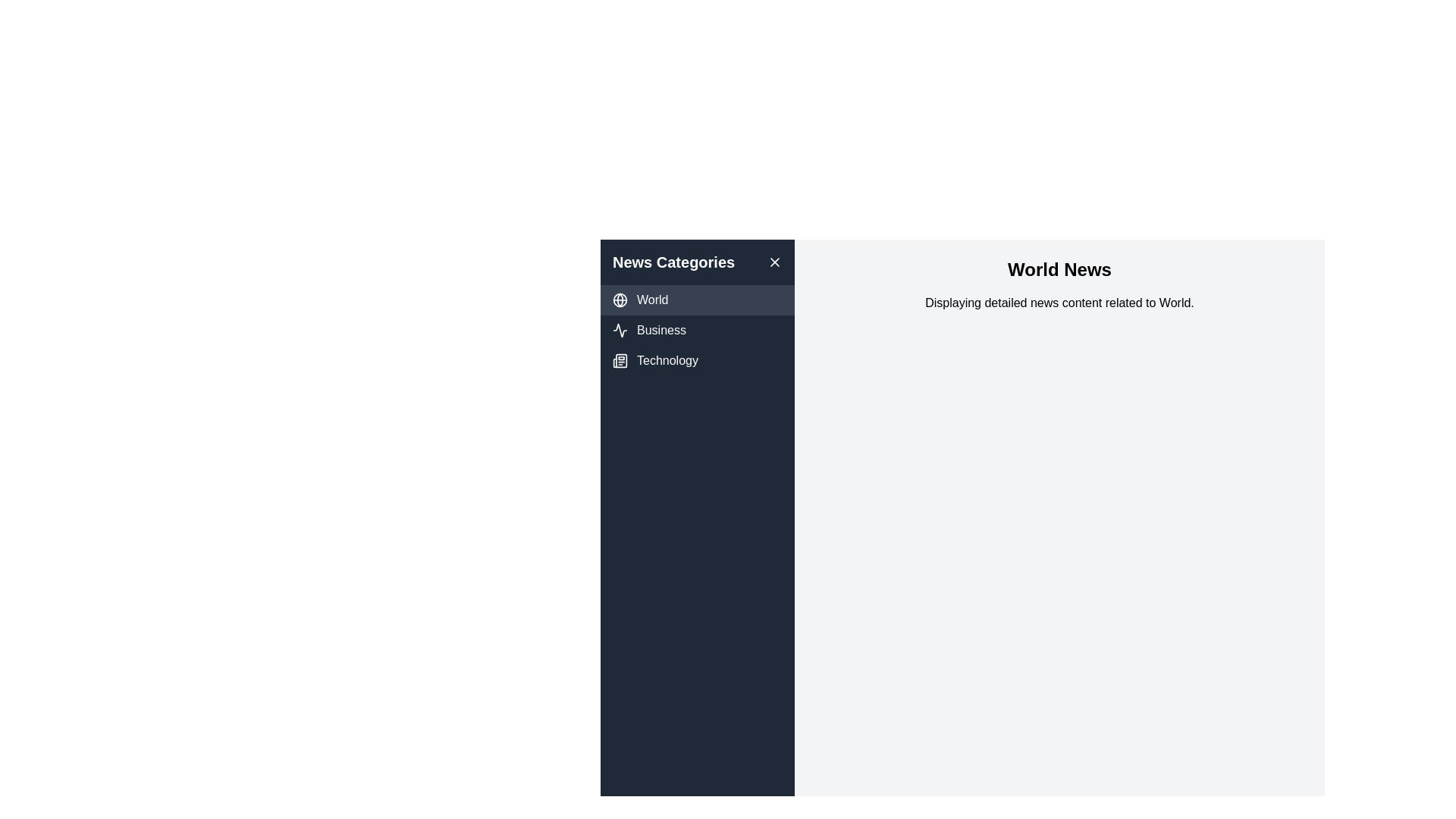 The width and height of the screenshot is (1456, 819). What do you see at coordinates (775, 262) in the screenshot?
I see `close button to toggle the drawer visibility` at bounding box center [775, 262].